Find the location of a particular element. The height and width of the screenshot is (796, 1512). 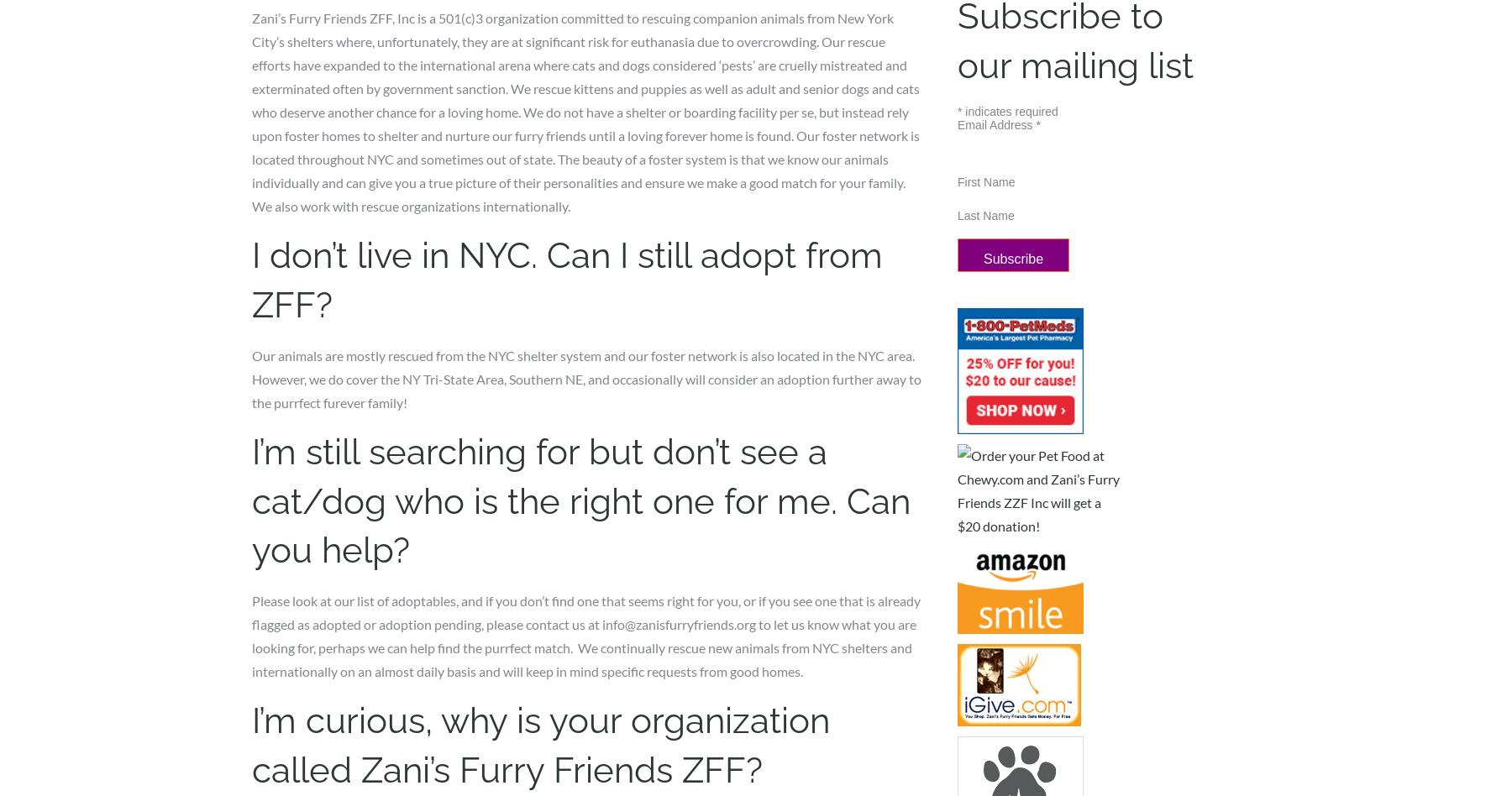

'First Name' is located at coordinates (956, 180).